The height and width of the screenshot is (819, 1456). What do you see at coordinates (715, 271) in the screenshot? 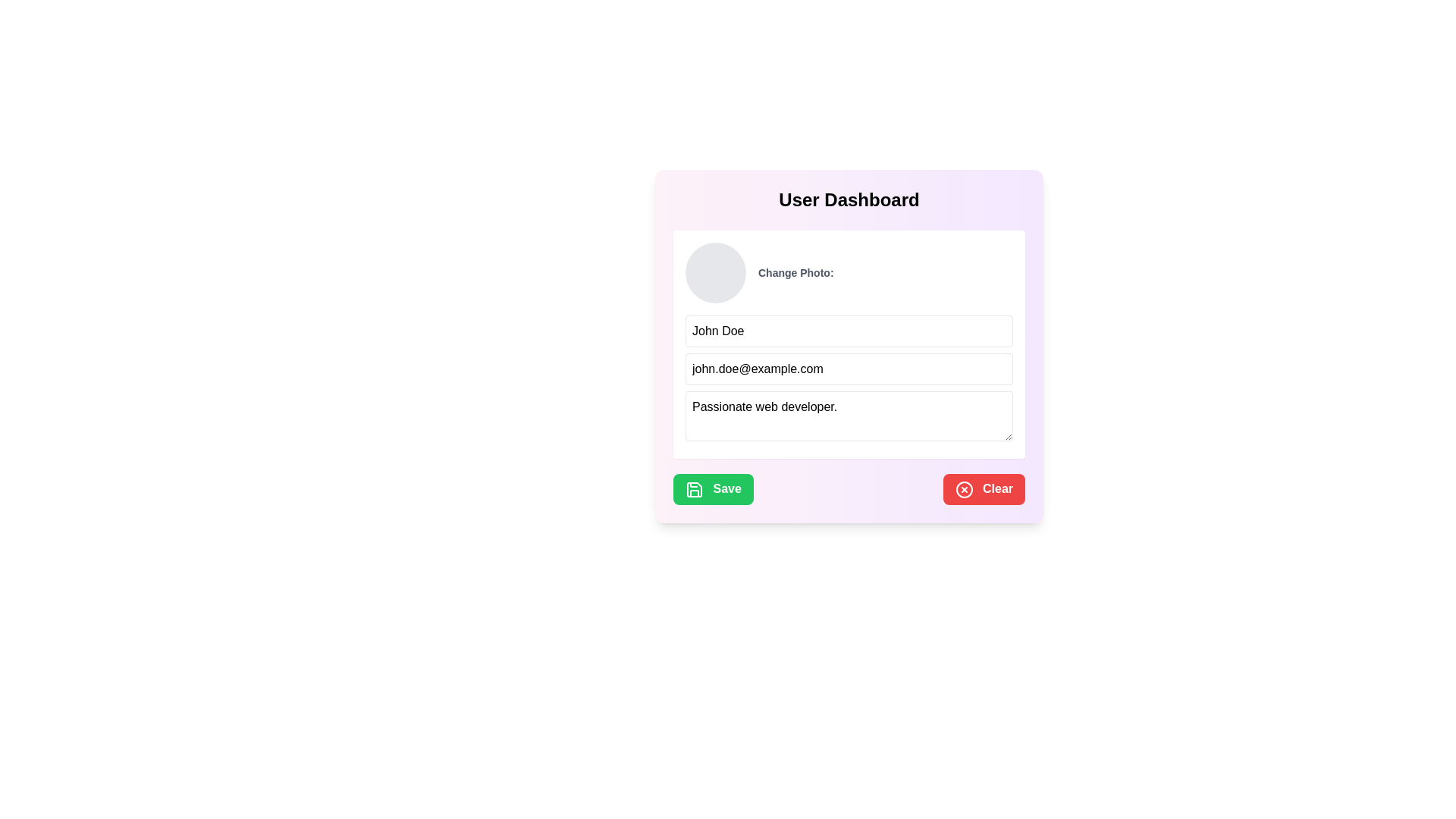
I see `the circular photo placeholder element with a gray background from its current position` at bounding box center [715, 271].